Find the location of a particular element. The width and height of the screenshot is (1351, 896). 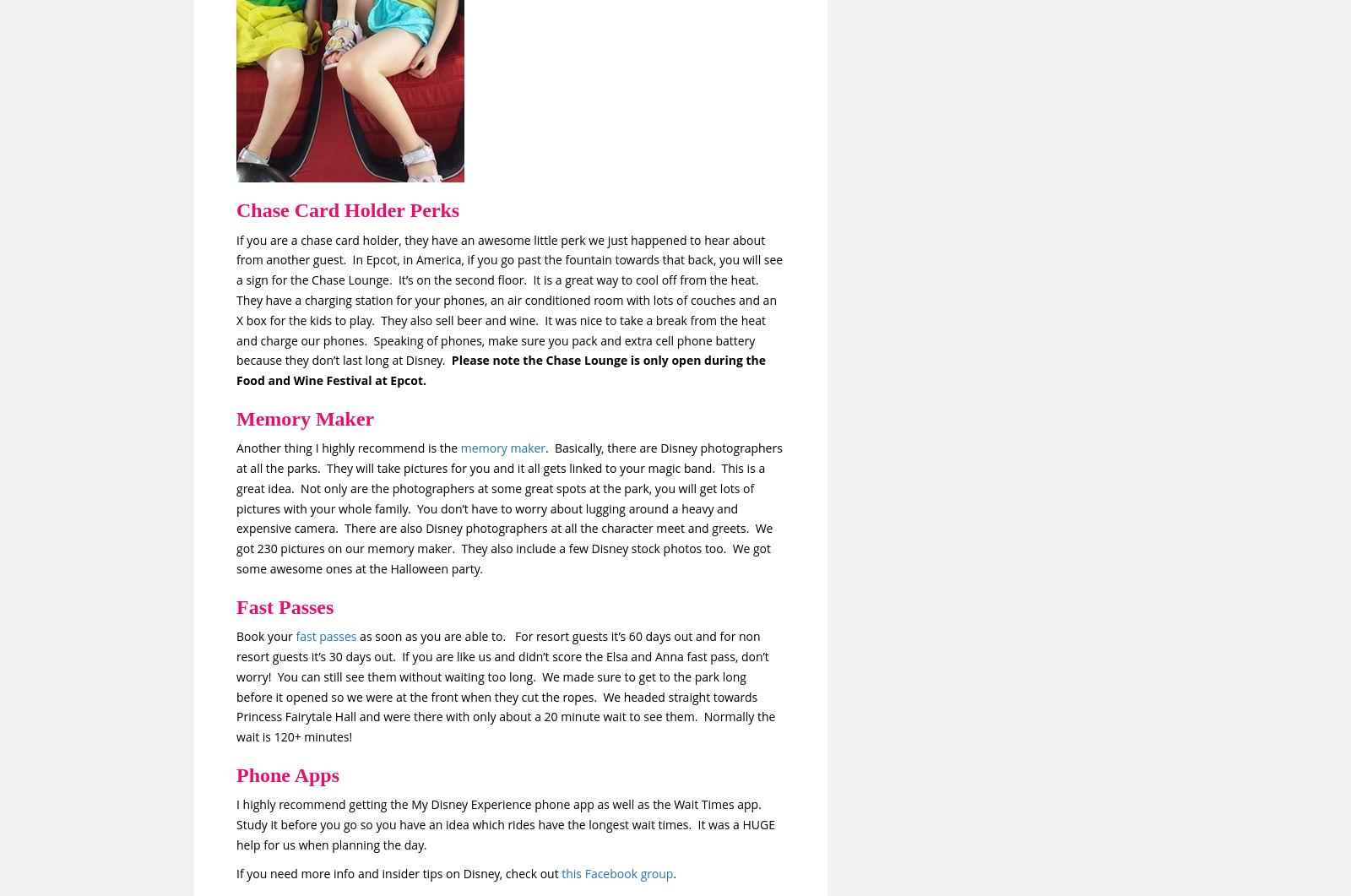

'Please note the Chase Lounge is only open during the Food and Wine Festival at Epcot.' is located at coordinates (236, 370).